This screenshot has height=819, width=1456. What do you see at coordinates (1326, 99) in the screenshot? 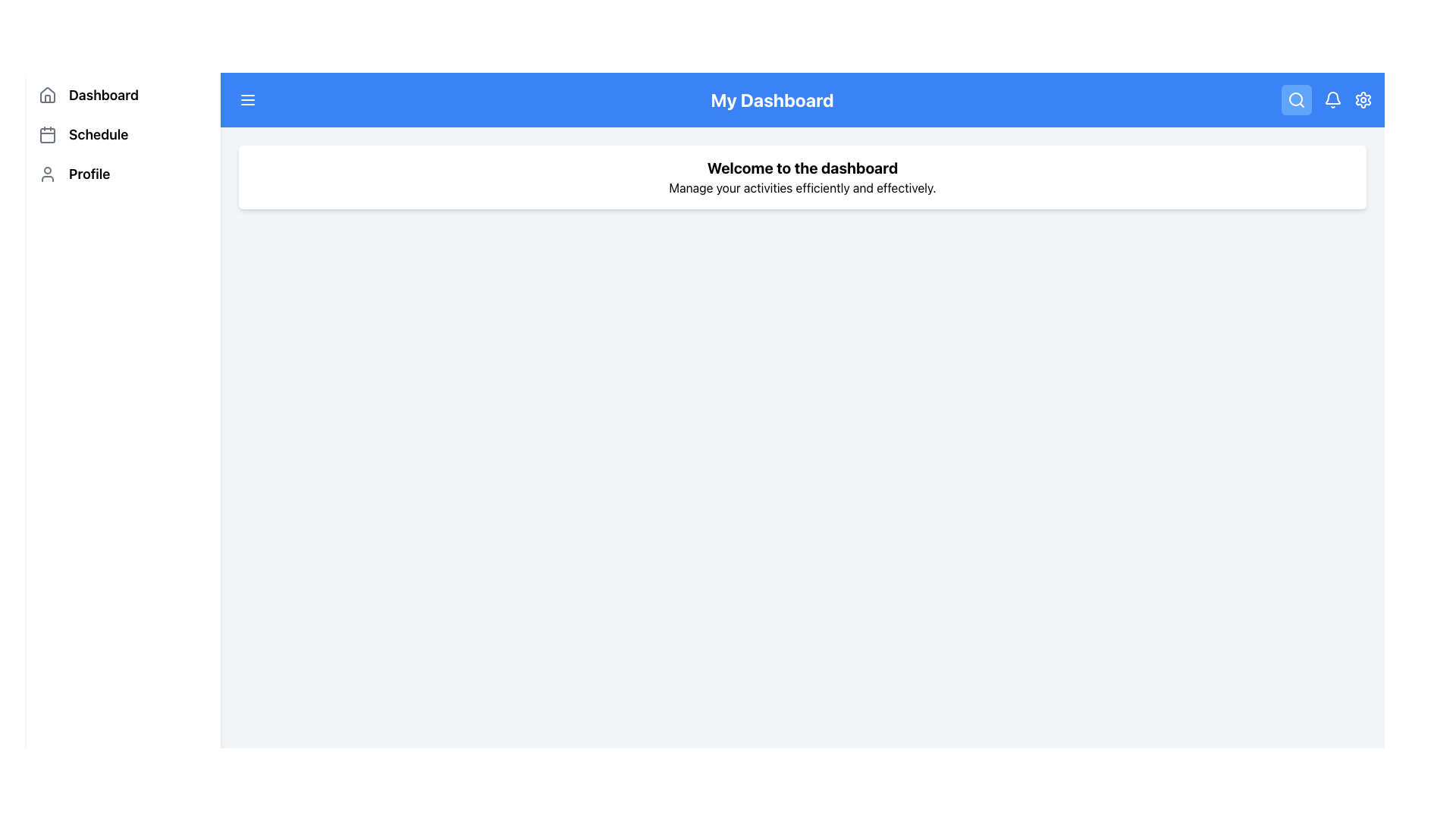
I see `the notification bell icon located at the top-right corner of 'My Dashboard'` at bounding box center [1326, 99].